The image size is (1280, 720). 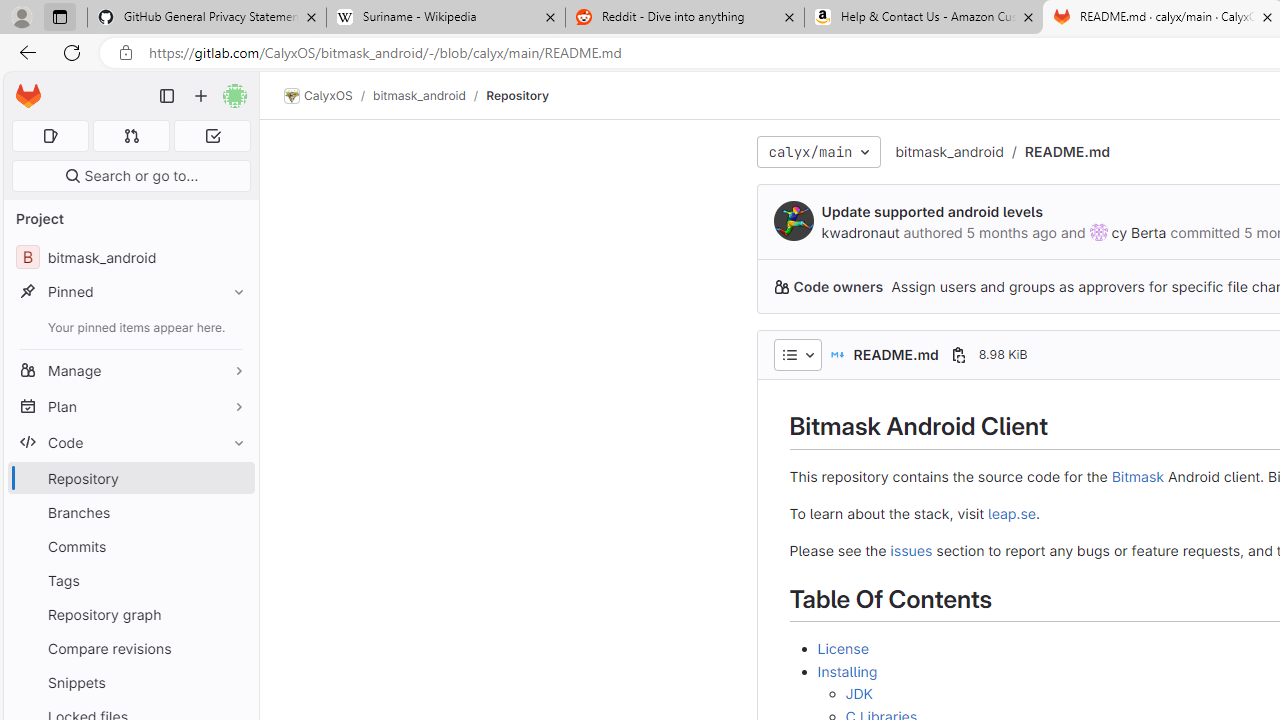 What do you see at coordinates (948, 150) in the screenshot?
I see `'bitmask_android'` at bounding box center [948, 150].